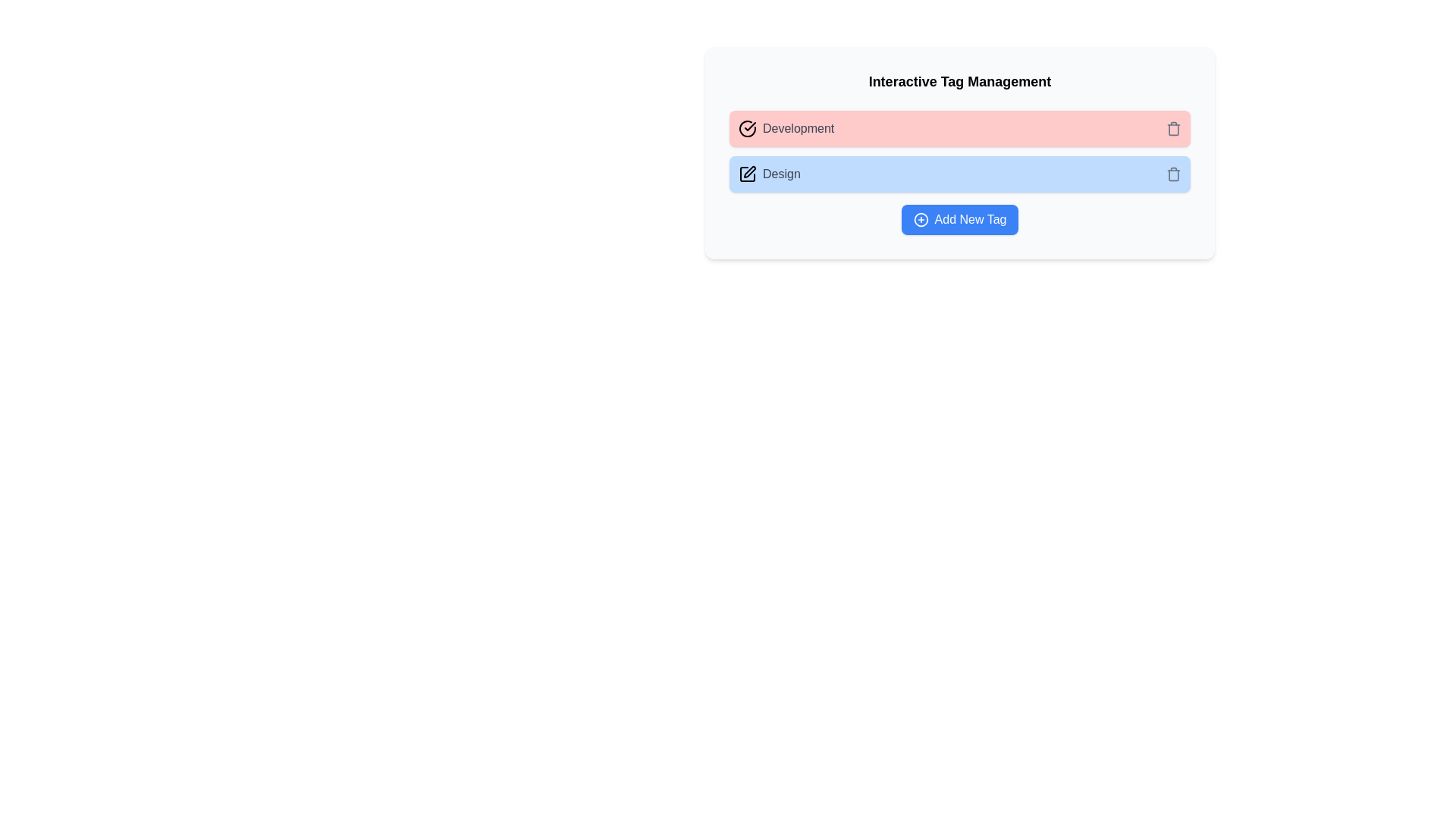 This screenshot has width=1456, height=819. Describe the element at coordinates (1173, 174) in the screenshot. I see `the trash bin icon button located at the rightmost side of the blue-highlighted 'Design' section, which is aligned horizontally with the text 'Design'` at that location.